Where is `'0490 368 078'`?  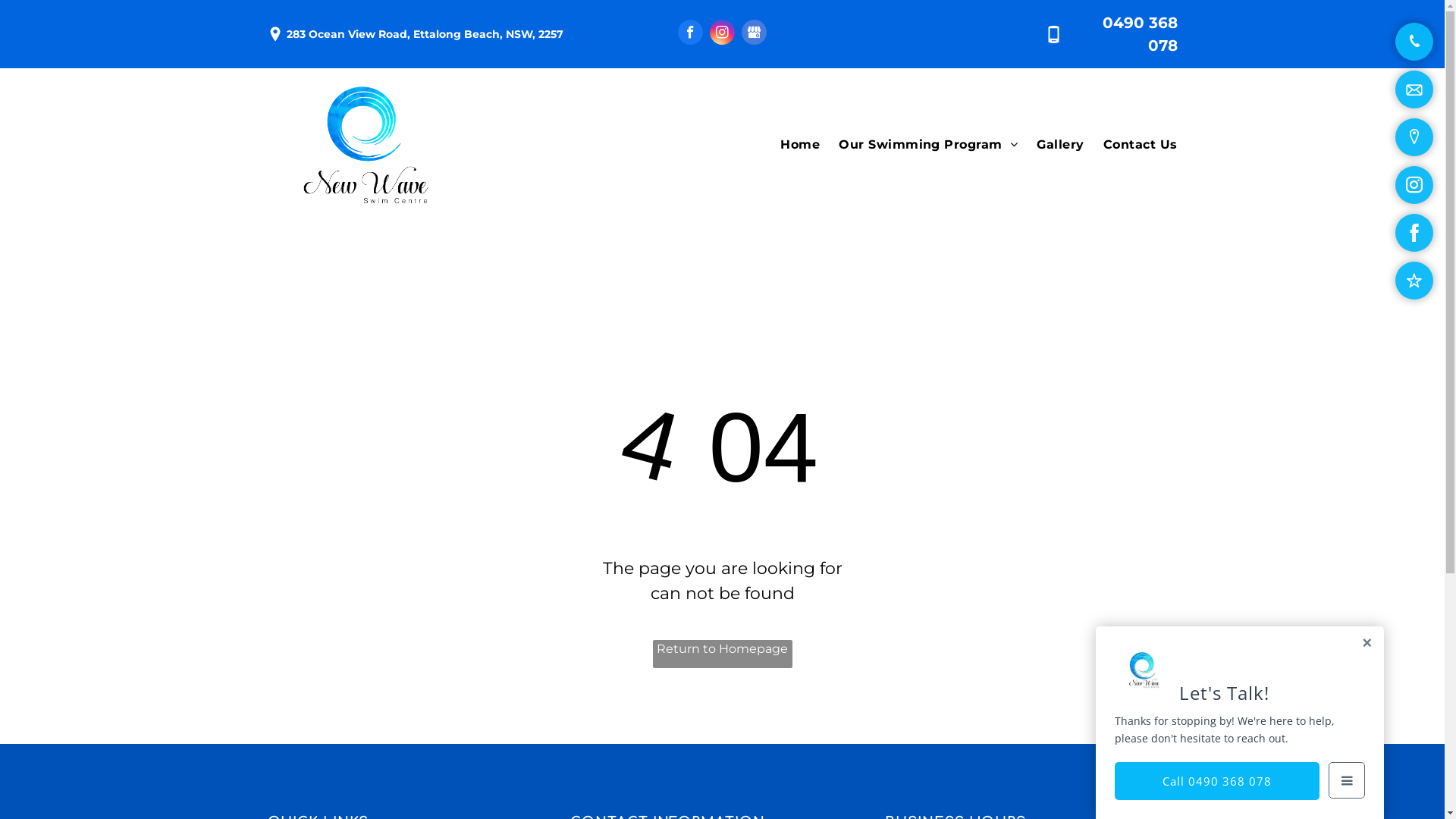
'0490 368 078' is located at coordinates (1140, 34).